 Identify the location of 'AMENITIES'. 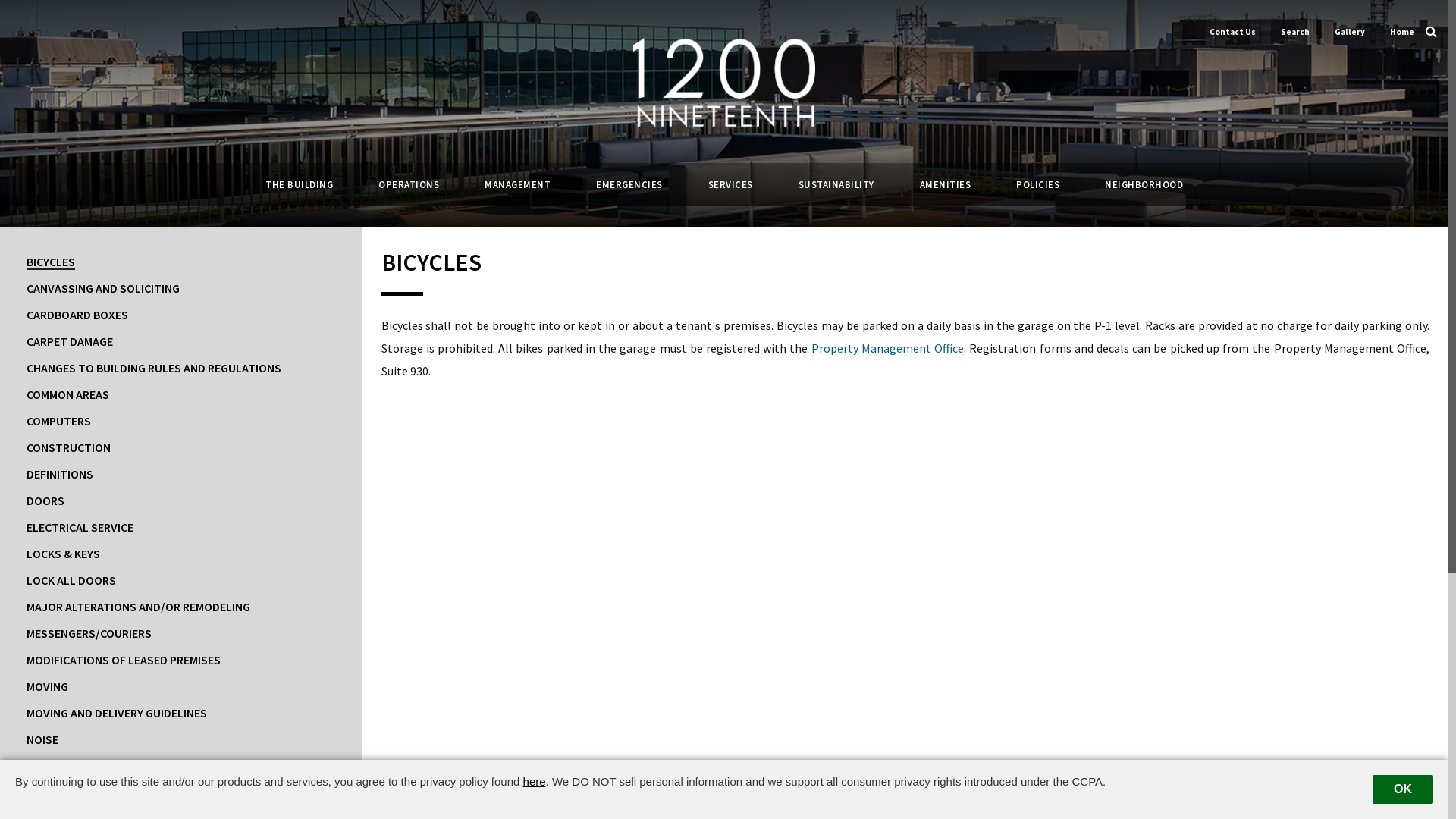
(918, 184).